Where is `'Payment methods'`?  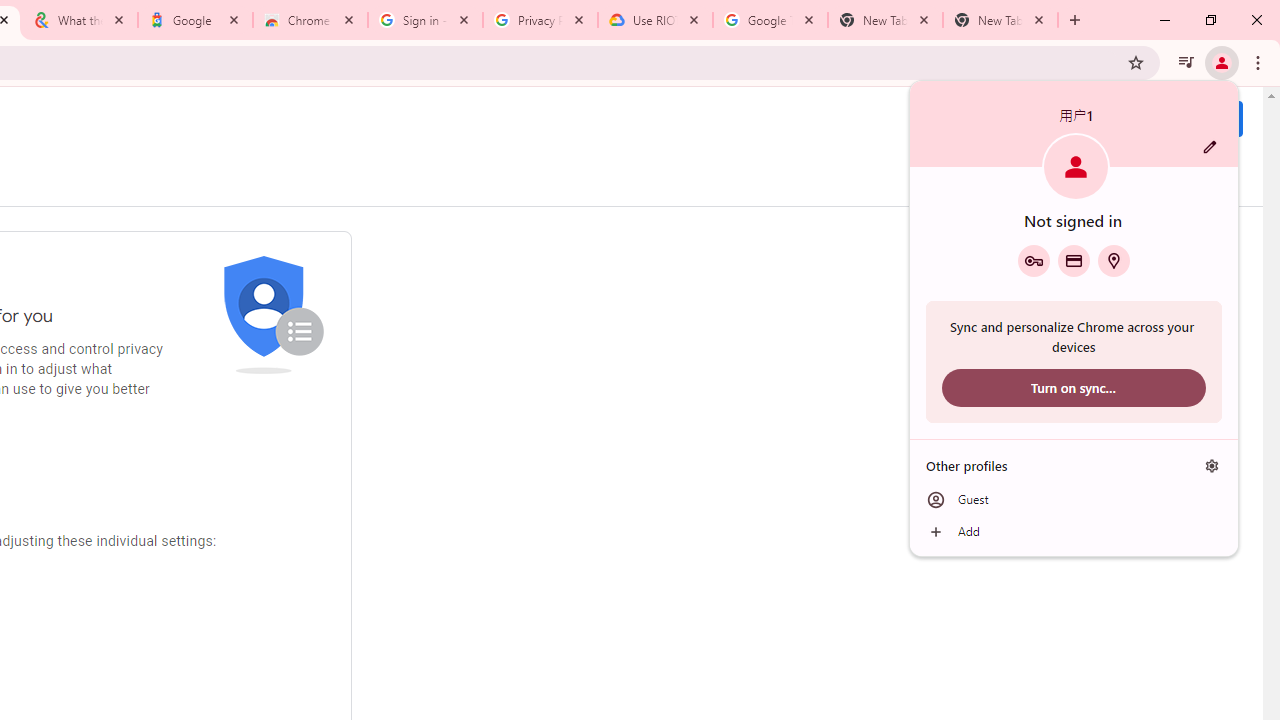
'Payment methods' is located at coordinates (1073, 260).